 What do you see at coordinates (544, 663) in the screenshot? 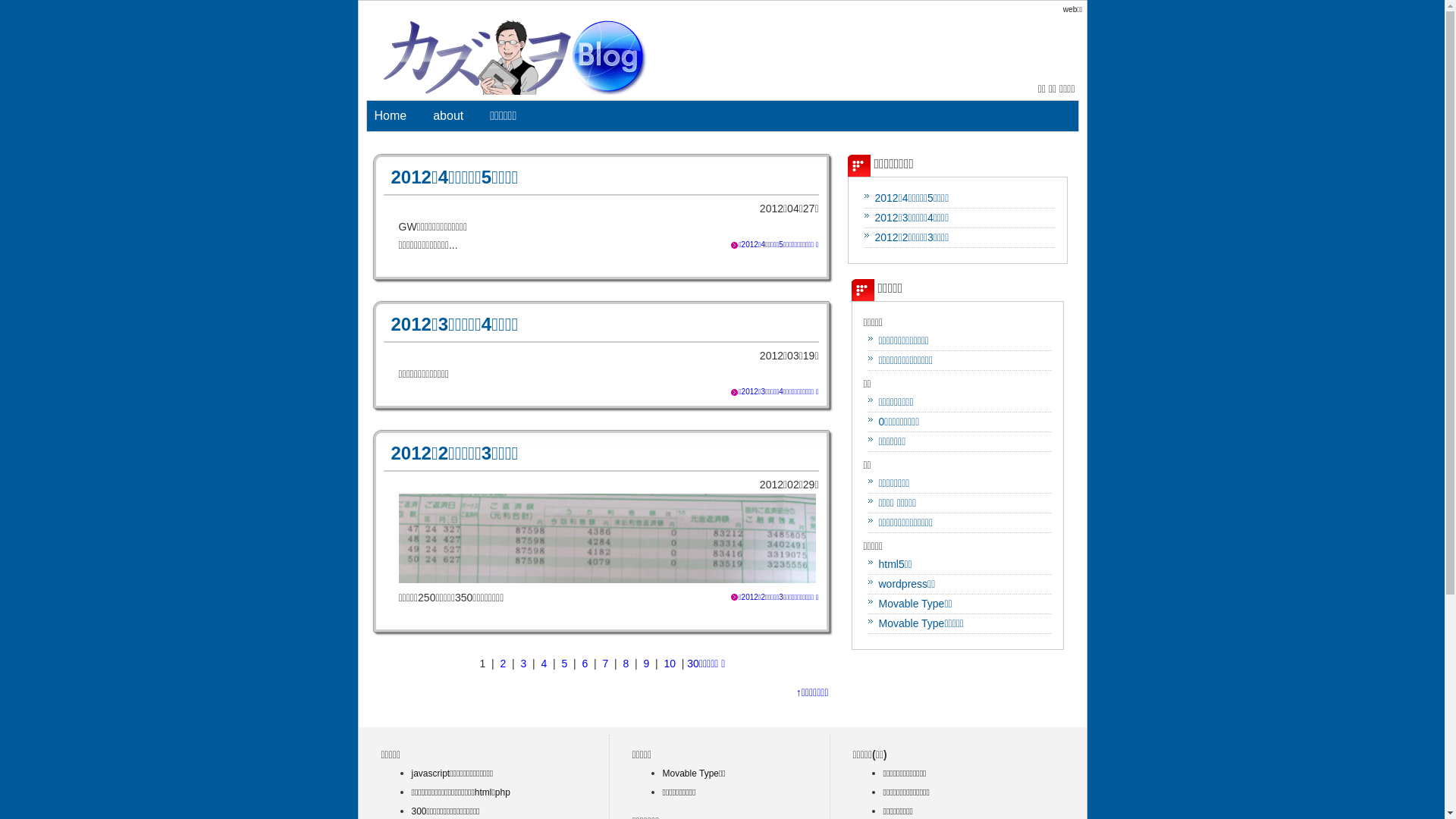
I see `' 4 '` at bounding box center [544, 663].